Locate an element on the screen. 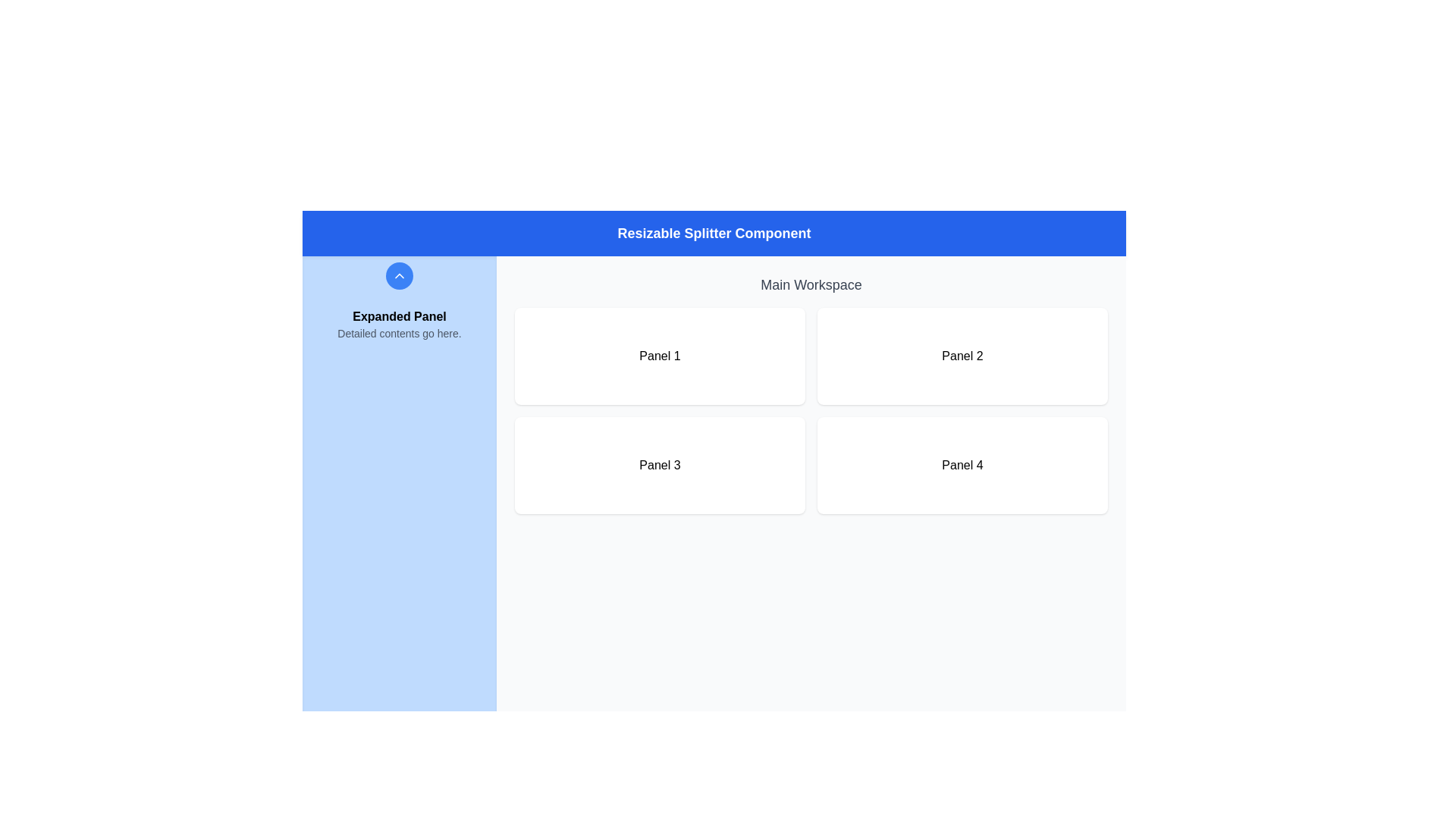 The width and height of the screenshot is (1456, 819). the static text label or header that serves as the title 'Resizable Splitter Component', positioned at the topmost part of the interface above the 'Expanded Panel' and 'Main Workspace' sections is located at coordinates (713, 234).